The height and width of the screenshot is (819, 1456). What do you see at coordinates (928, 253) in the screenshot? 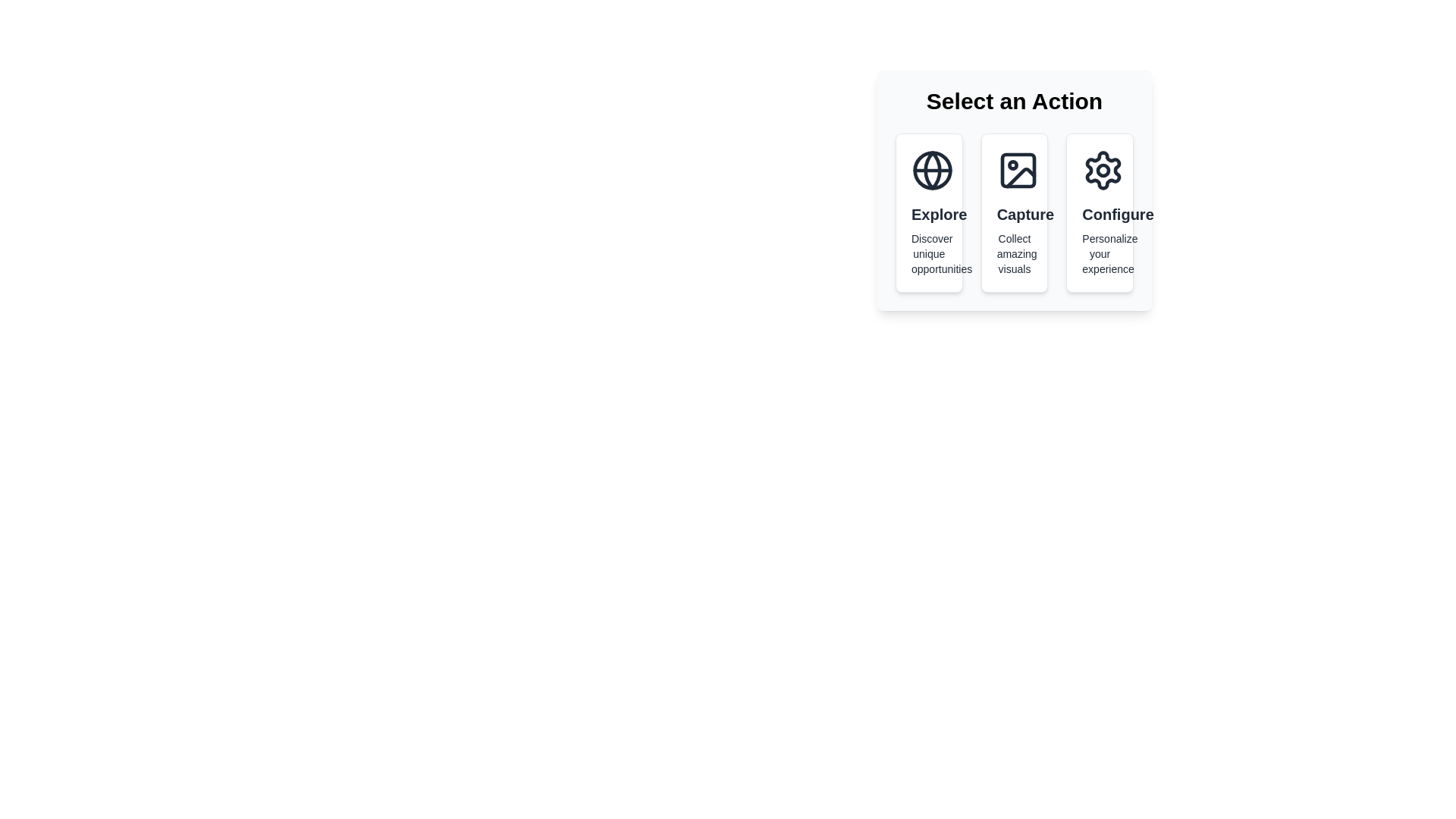
I see `the text label displaying 'Discover unique opportunities' located within the card-like component under the 'Explore' section` at bounding box center [928, 253].